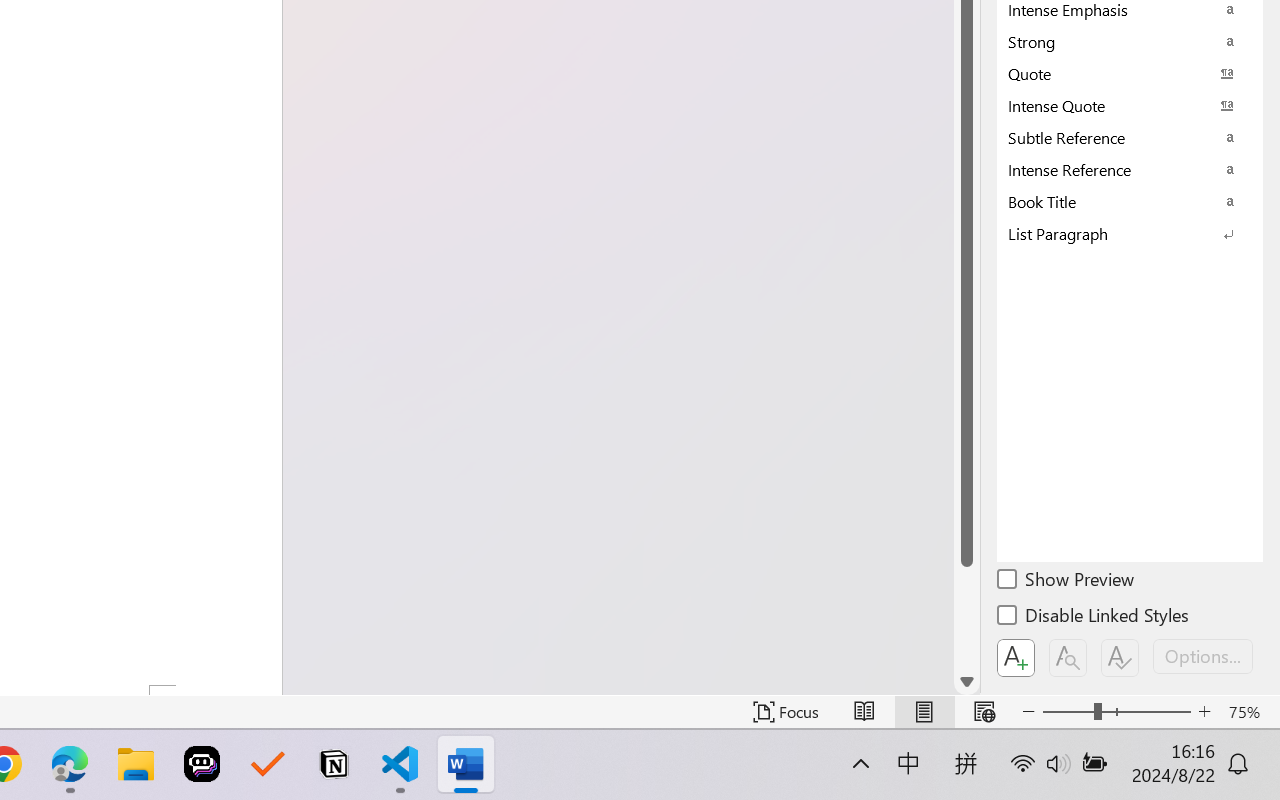 The width and height of the screenshot is (1280, 800). I want to click on 'Intense Reference', so click(1130, 168).